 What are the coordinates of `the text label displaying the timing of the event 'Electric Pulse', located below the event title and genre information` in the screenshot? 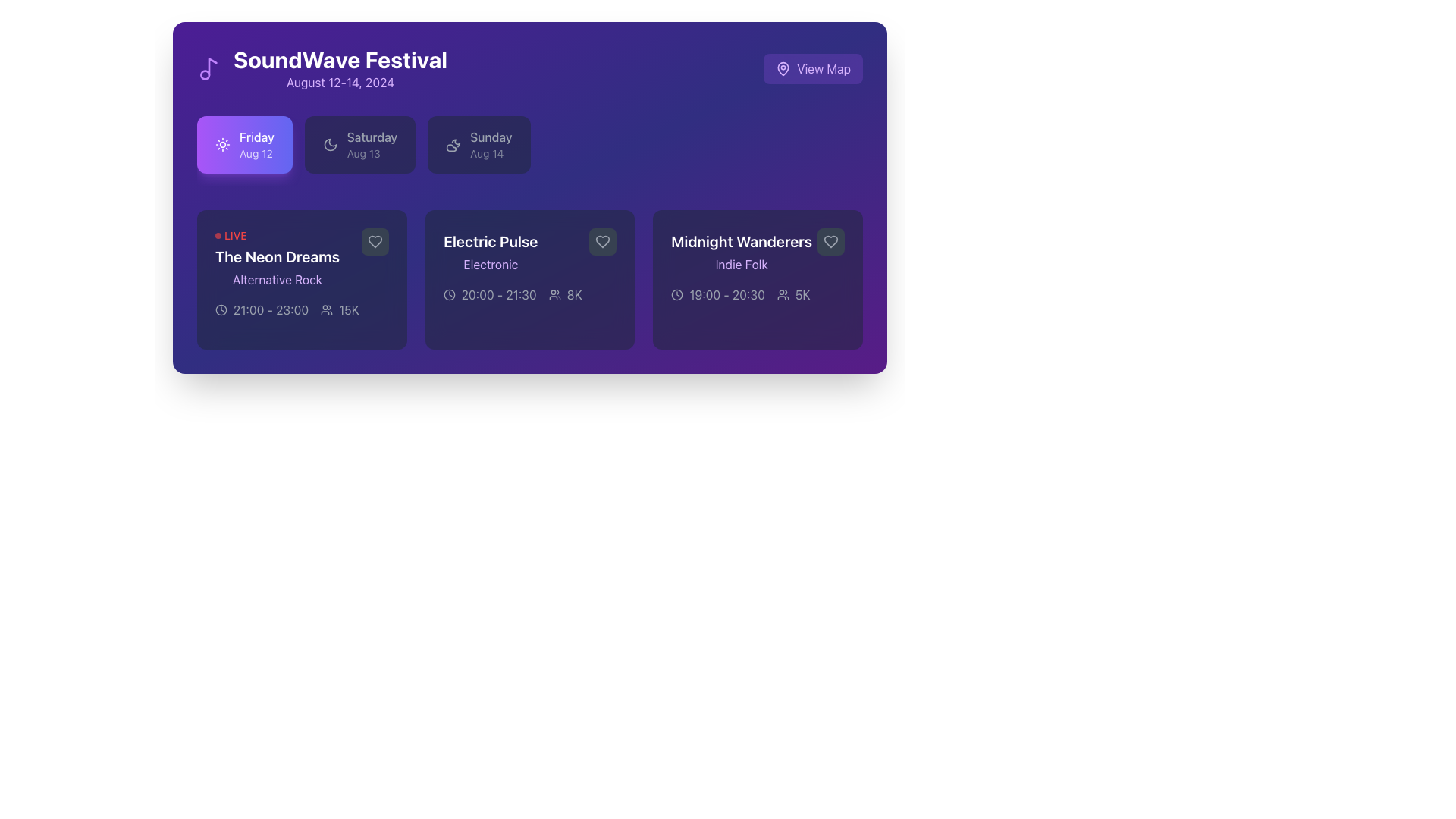 It's located at (499, 295).